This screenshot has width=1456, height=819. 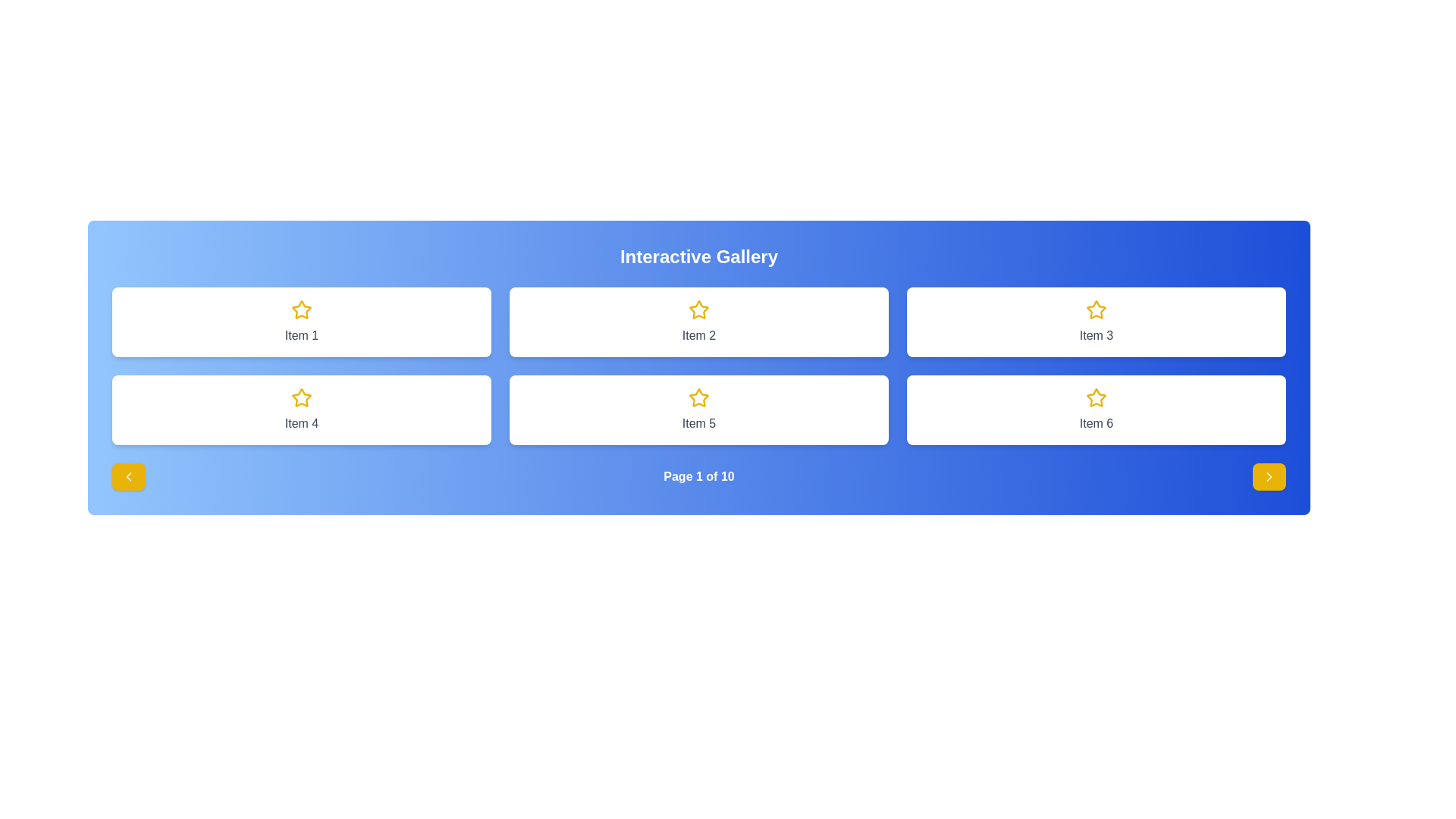 What do you see at coordinates (1096, 397) in the screenshot?
I see `the interactive star icon, which is a vibrant yellow outline star positioned above the text 'Item 6' in the lower-right card` at bounding box center [1096, 397].